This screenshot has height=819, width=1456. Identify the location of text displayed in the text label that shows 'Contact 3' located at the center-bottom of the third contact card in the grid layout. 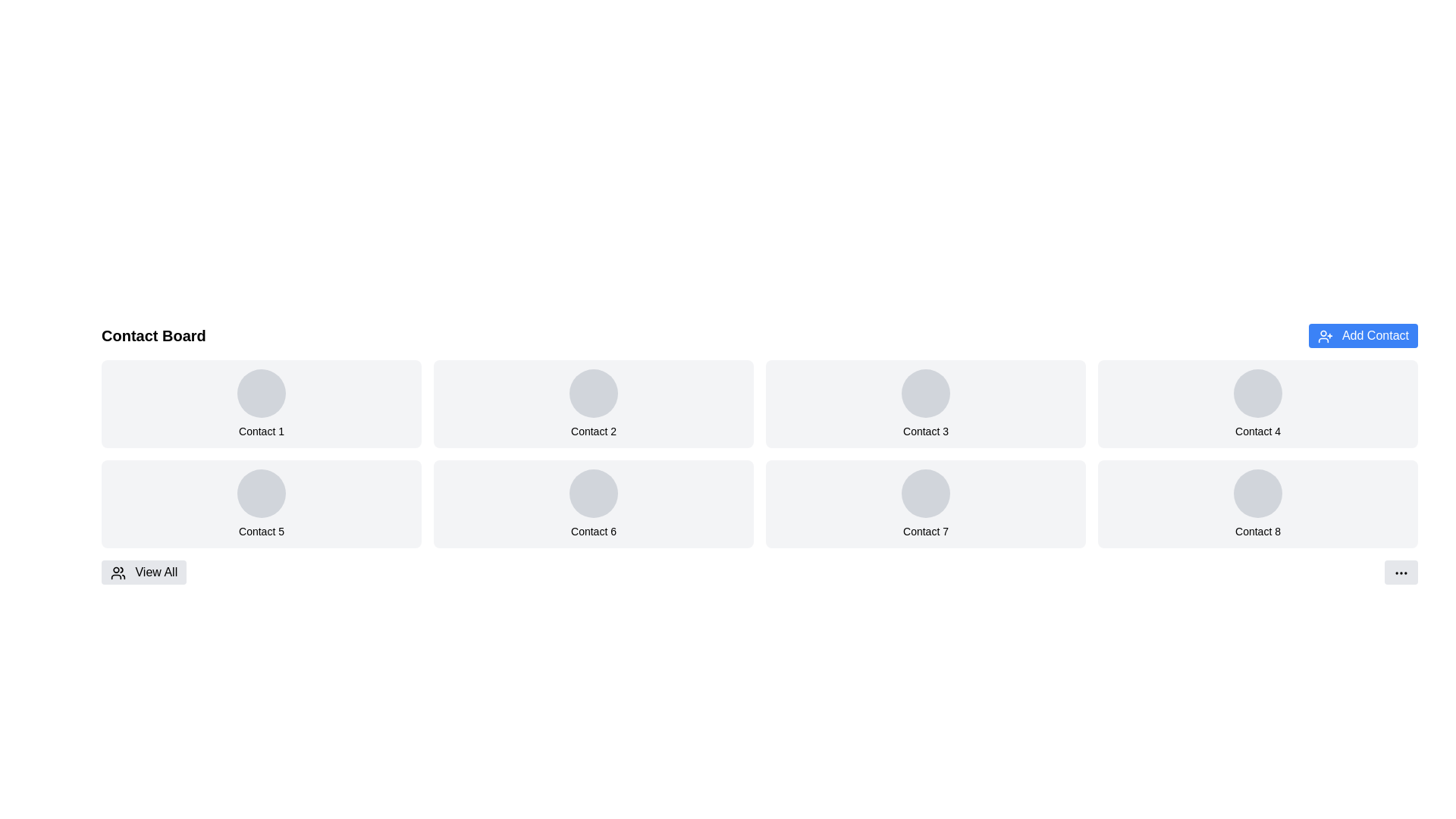
(924, 431).